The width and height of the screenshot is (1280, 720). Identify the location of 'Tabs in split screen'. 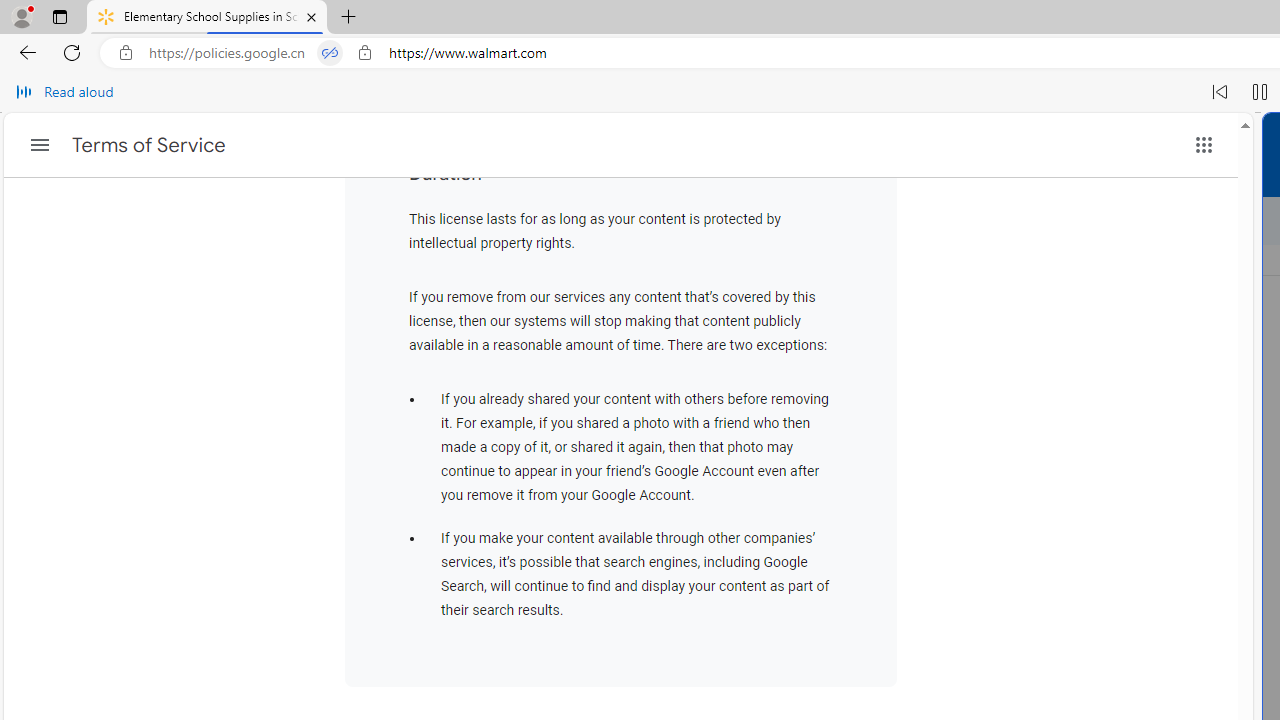
(330, 52).